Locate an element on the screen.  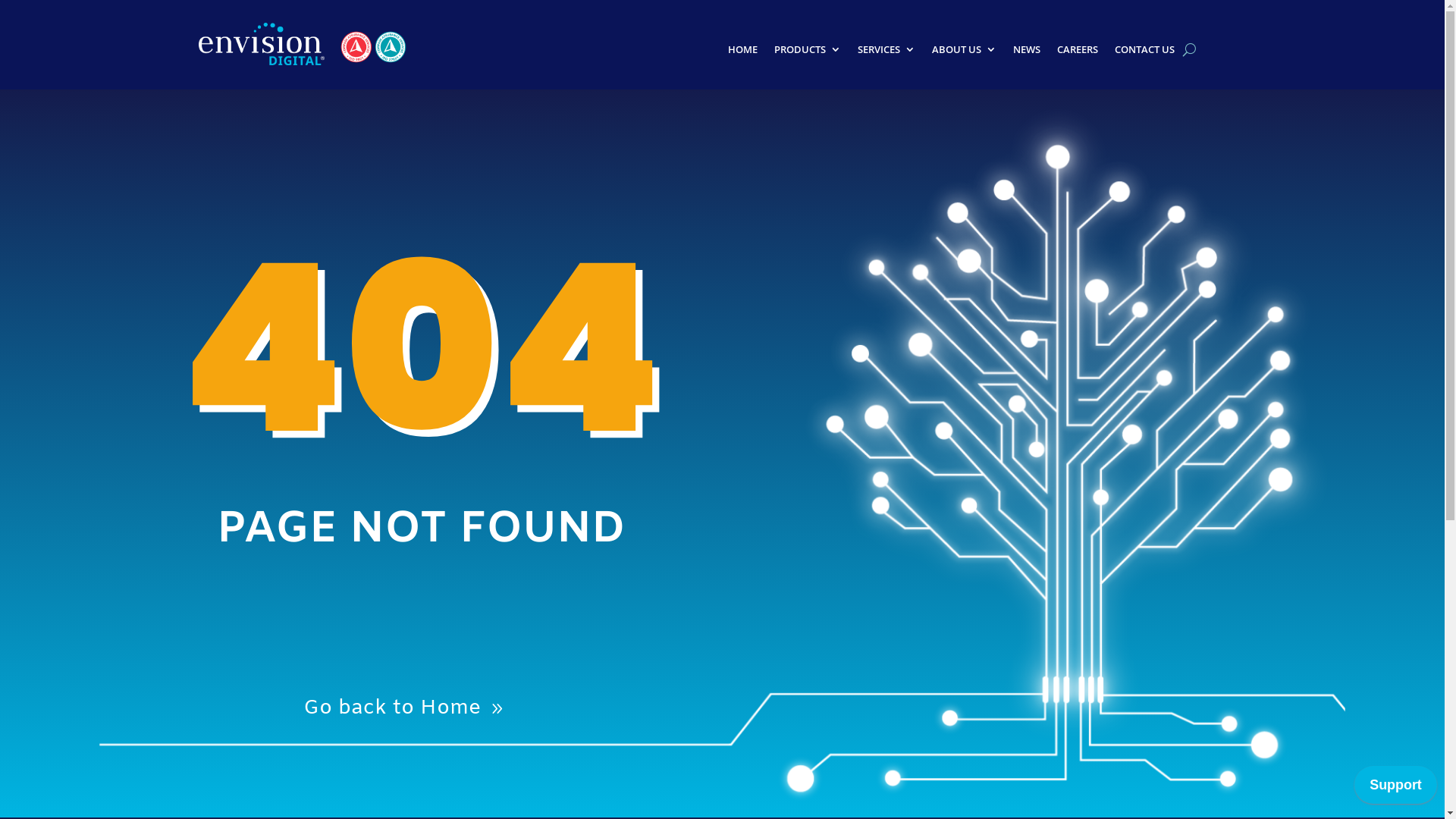
'HOME' is located at coordinates (728, 52).